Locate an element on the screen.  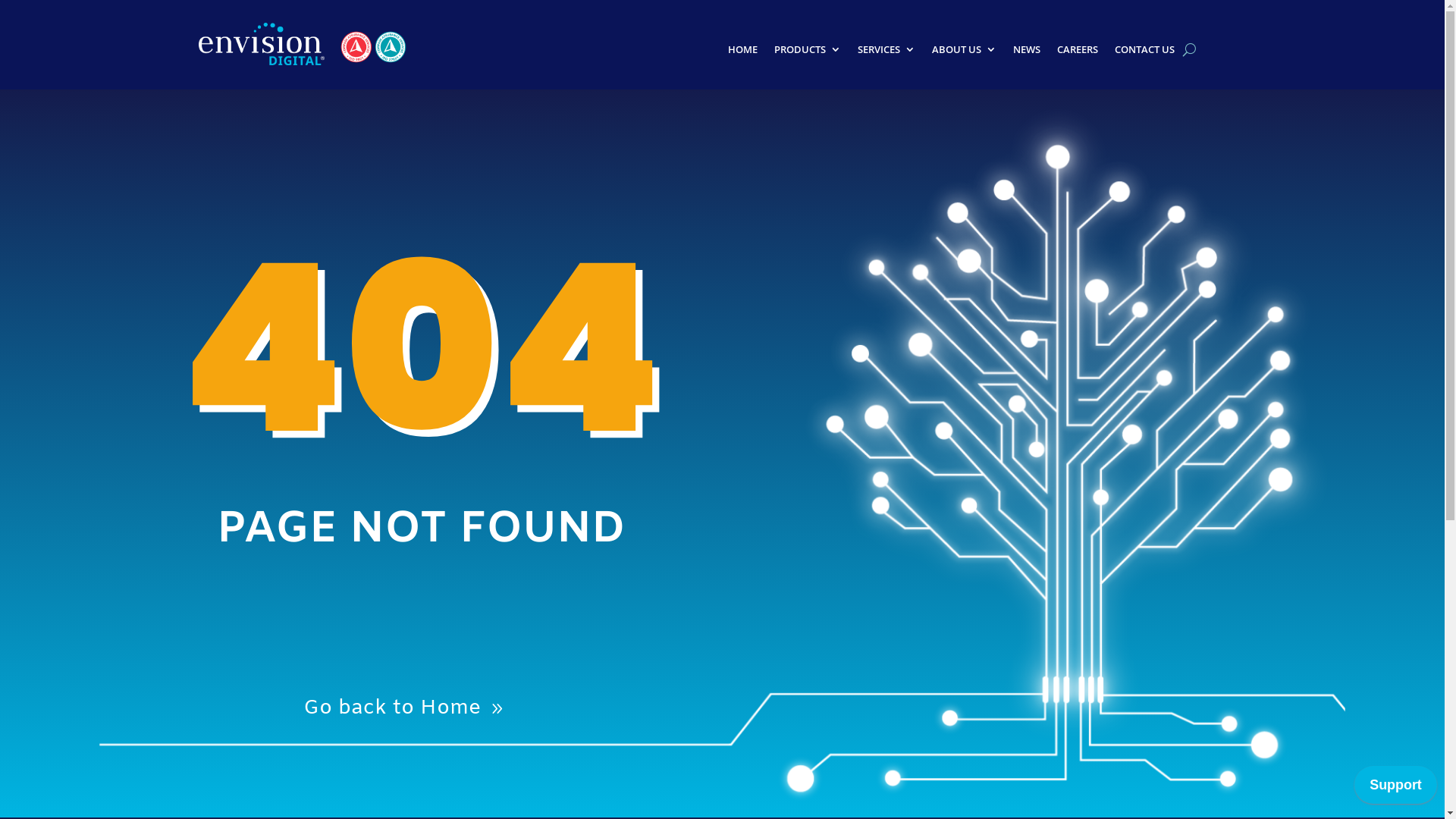
'HOME' is located at coordinates (728, 52).